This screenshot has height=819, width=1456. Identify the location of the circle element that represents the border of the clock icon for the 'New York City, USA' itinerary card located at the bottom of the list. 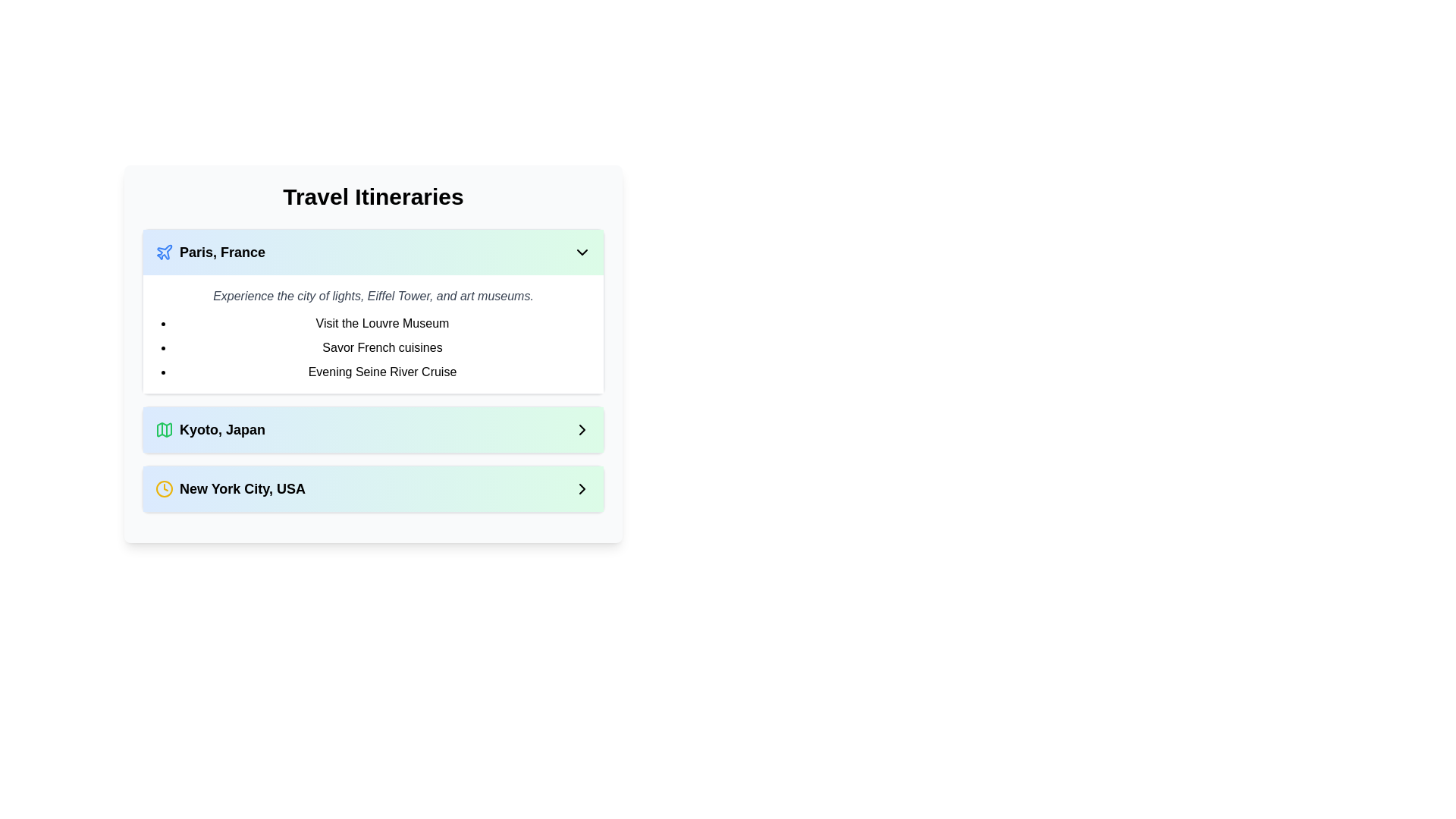
(164, 488).